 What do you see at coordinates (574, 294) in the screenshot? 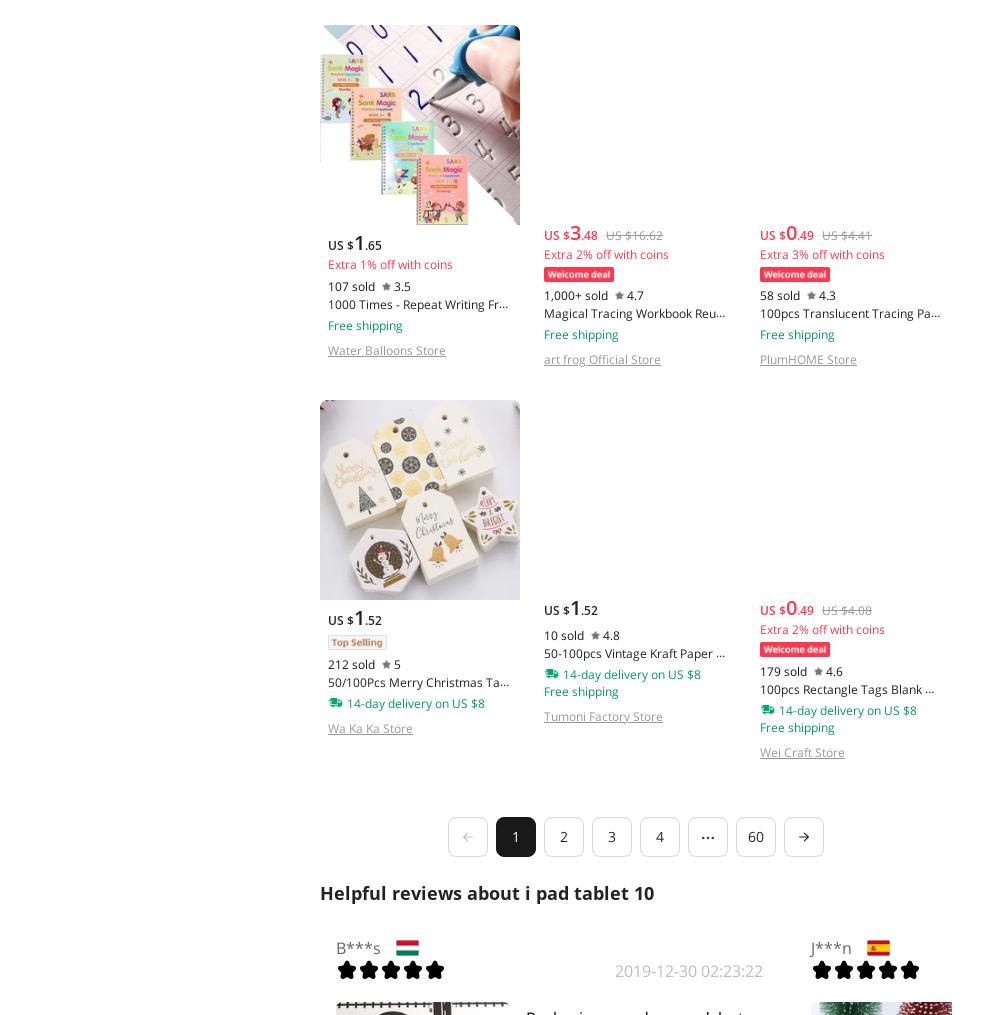
I see `'1,000+ sold'` at bounding box center [574, 294].